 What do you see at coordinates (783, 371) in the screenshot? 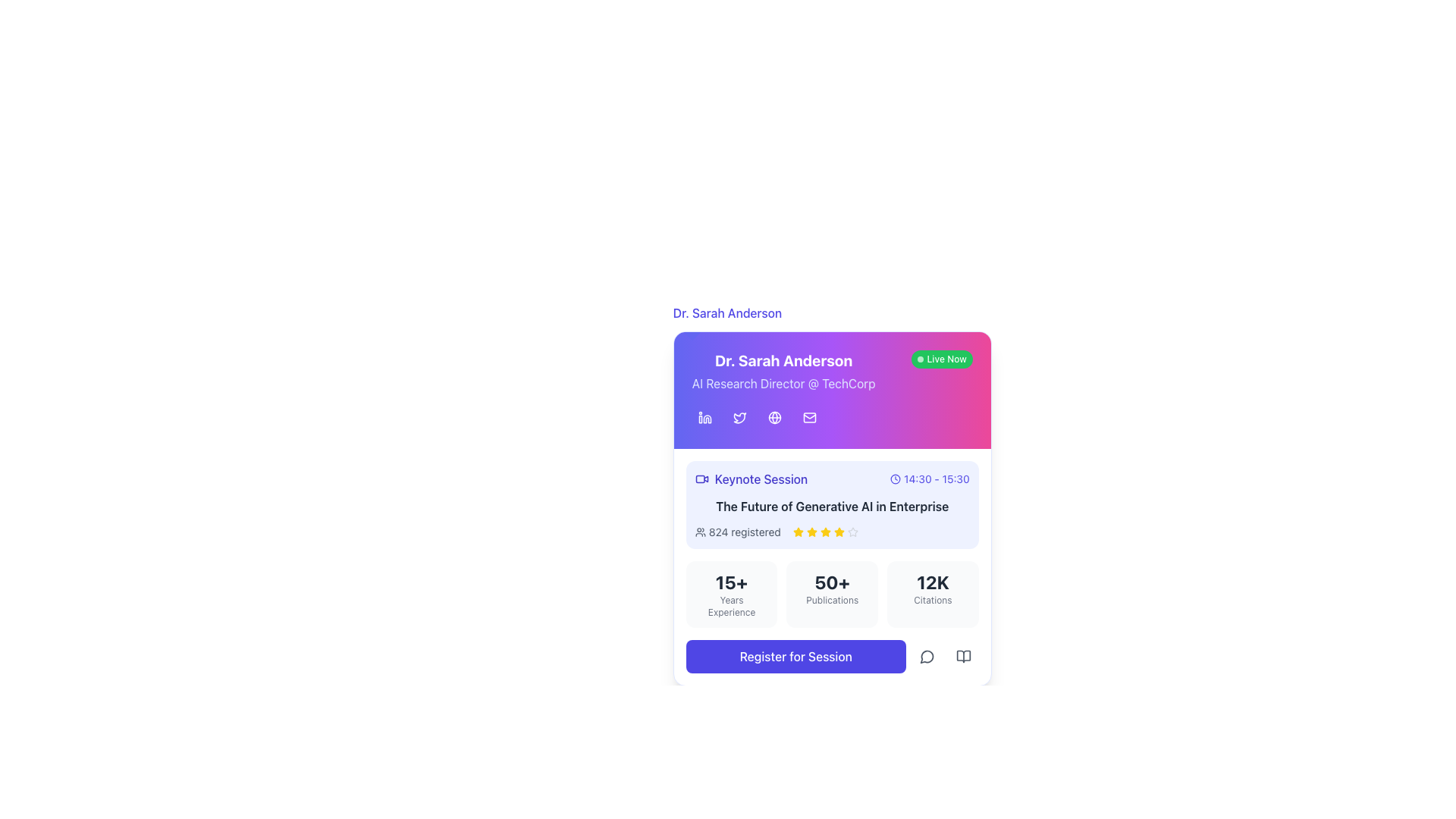
I see `the informational header Text Display that shows the name and professional title of an individual` at bounding box center [783, 371].